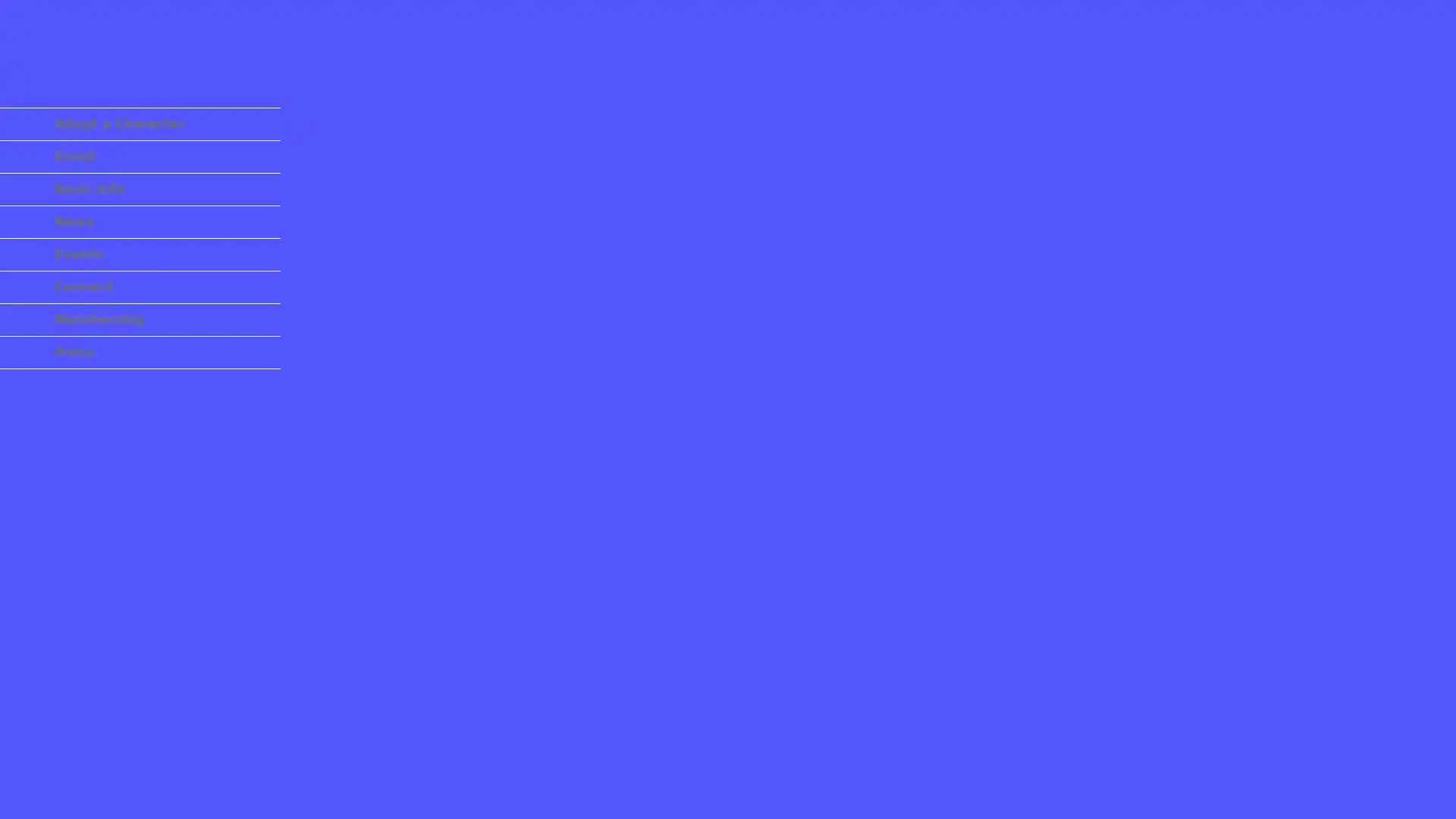 The image size is (1456, 819). What do you see at coordinates (927, 171) in the screenshot?
I see `U+0937` at bounding box center [927, 171].